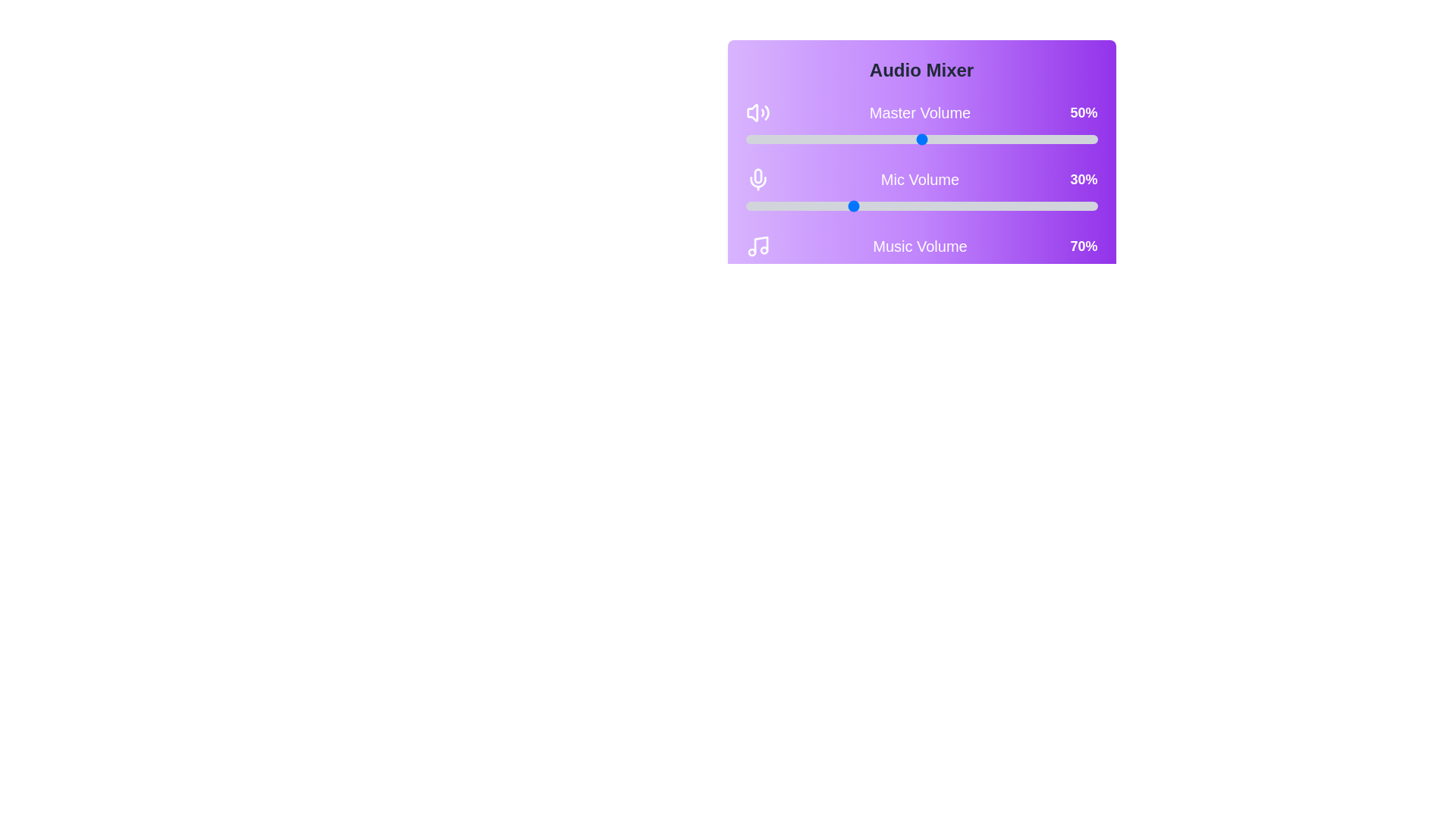 The image size is (1456, 819). What do you see at coordinates (890, 206) in the screenshot?
I see `the microphone volume` at bounding box center [890, 206].